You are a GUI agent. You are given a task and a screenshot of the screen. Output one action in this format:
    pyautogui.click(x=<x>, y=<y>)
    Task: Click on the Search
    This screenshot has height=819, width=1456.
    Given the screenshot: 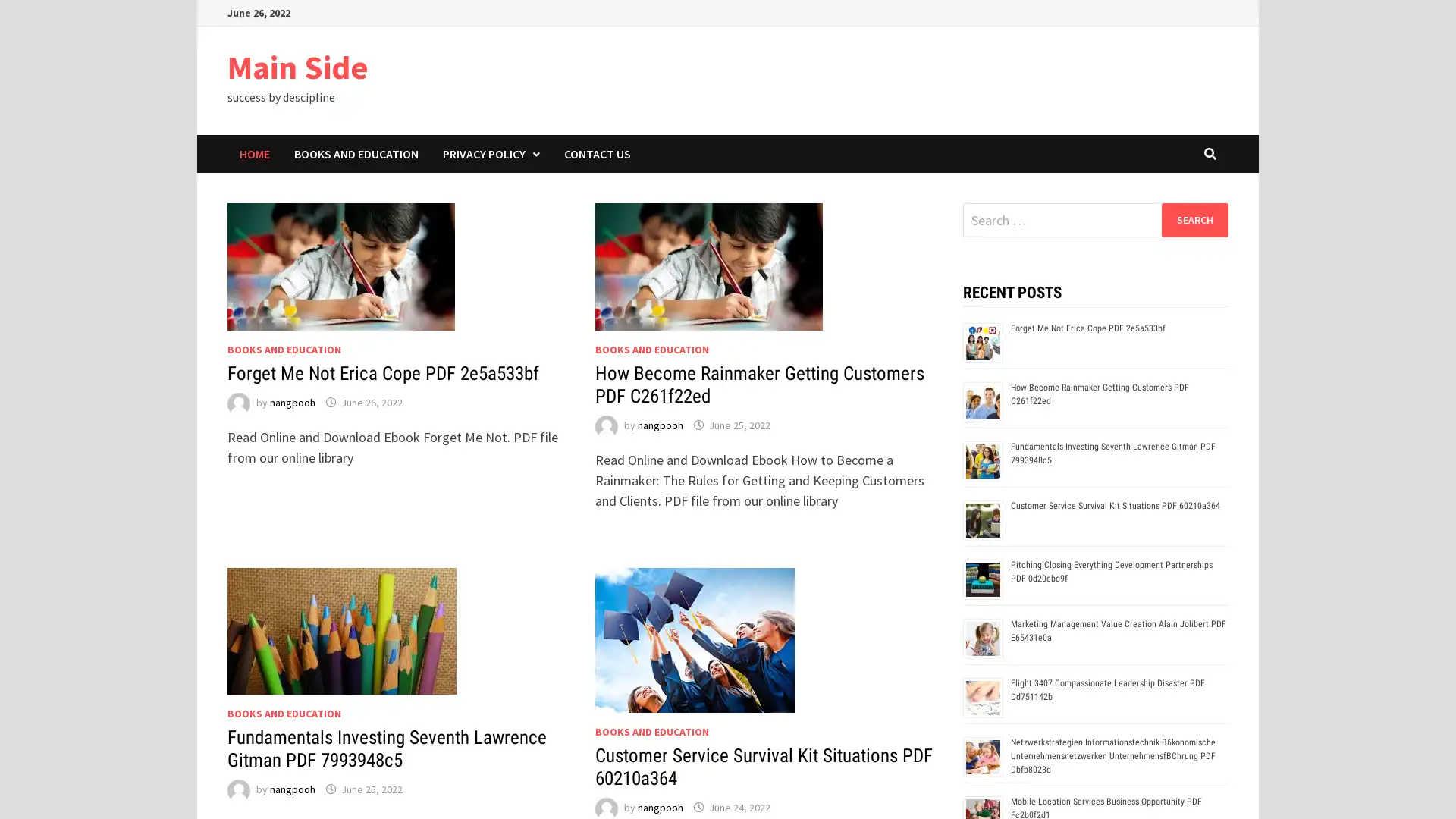 What is the action you would take?
    pyautogui.click(x=1194, y=219)
    